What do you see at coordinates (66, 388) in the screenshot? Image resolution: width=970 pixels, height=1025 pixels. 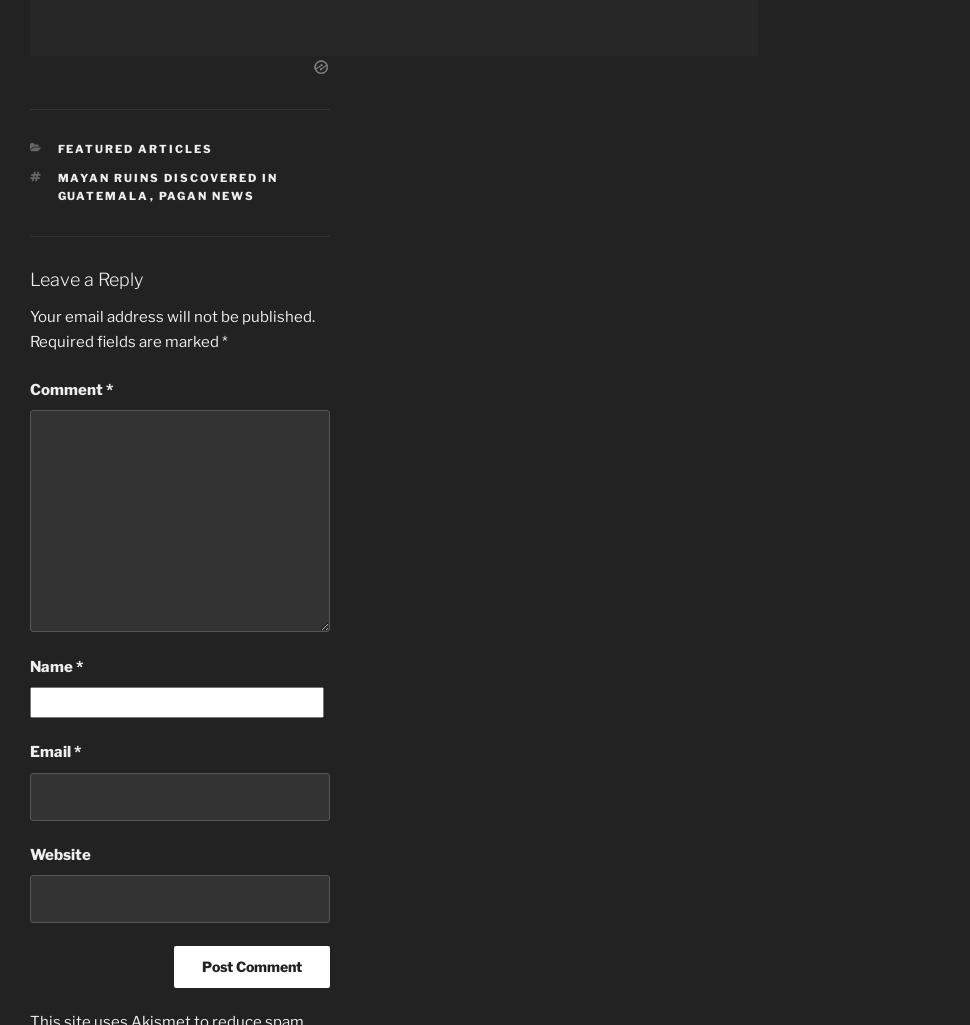 I see `'Comment'` at bounding box center [66, 388].